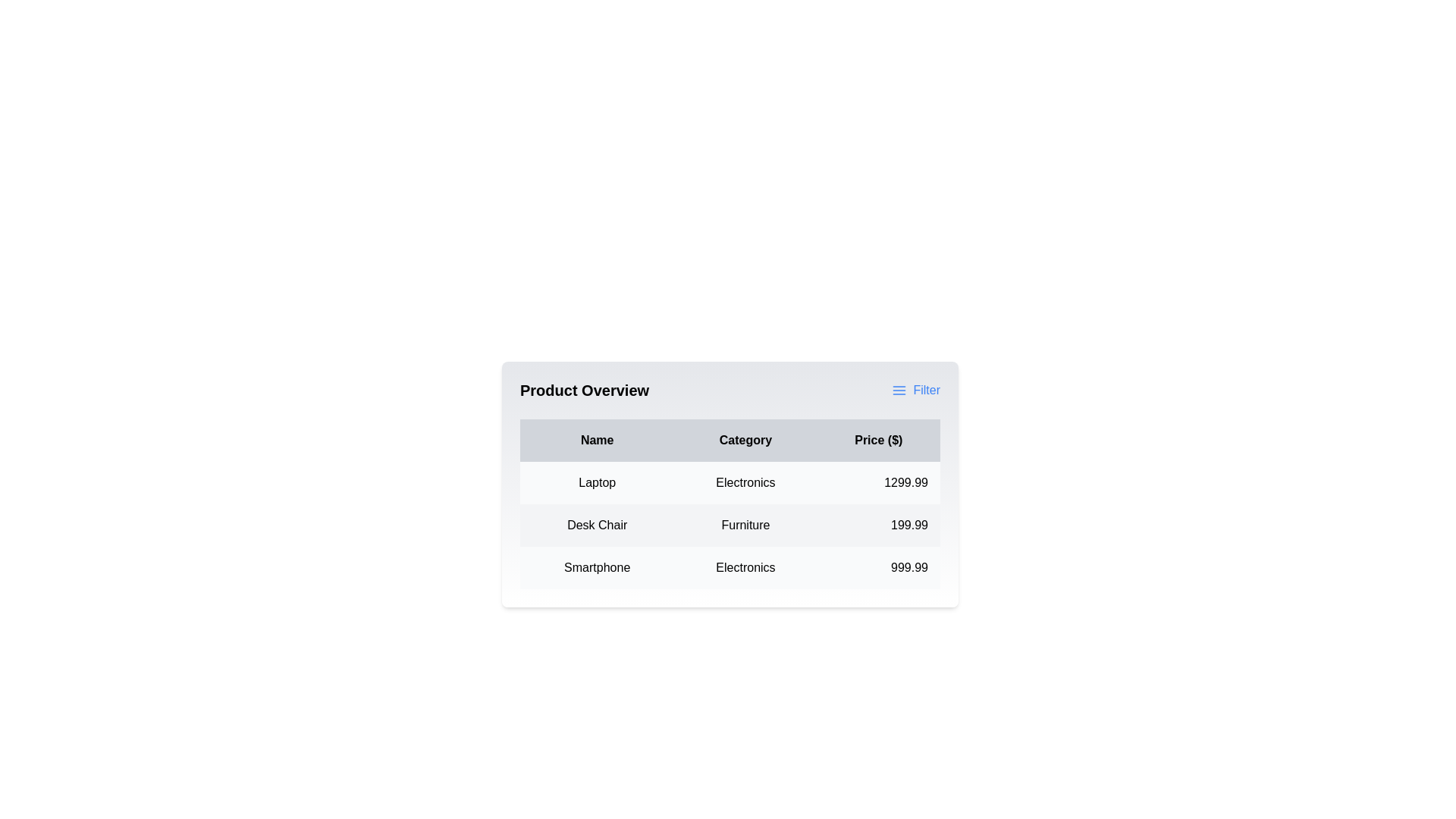  I want to click on the Text label that serves as a title for the product overview table, located on the left edge of the header section, so click(584, 390).